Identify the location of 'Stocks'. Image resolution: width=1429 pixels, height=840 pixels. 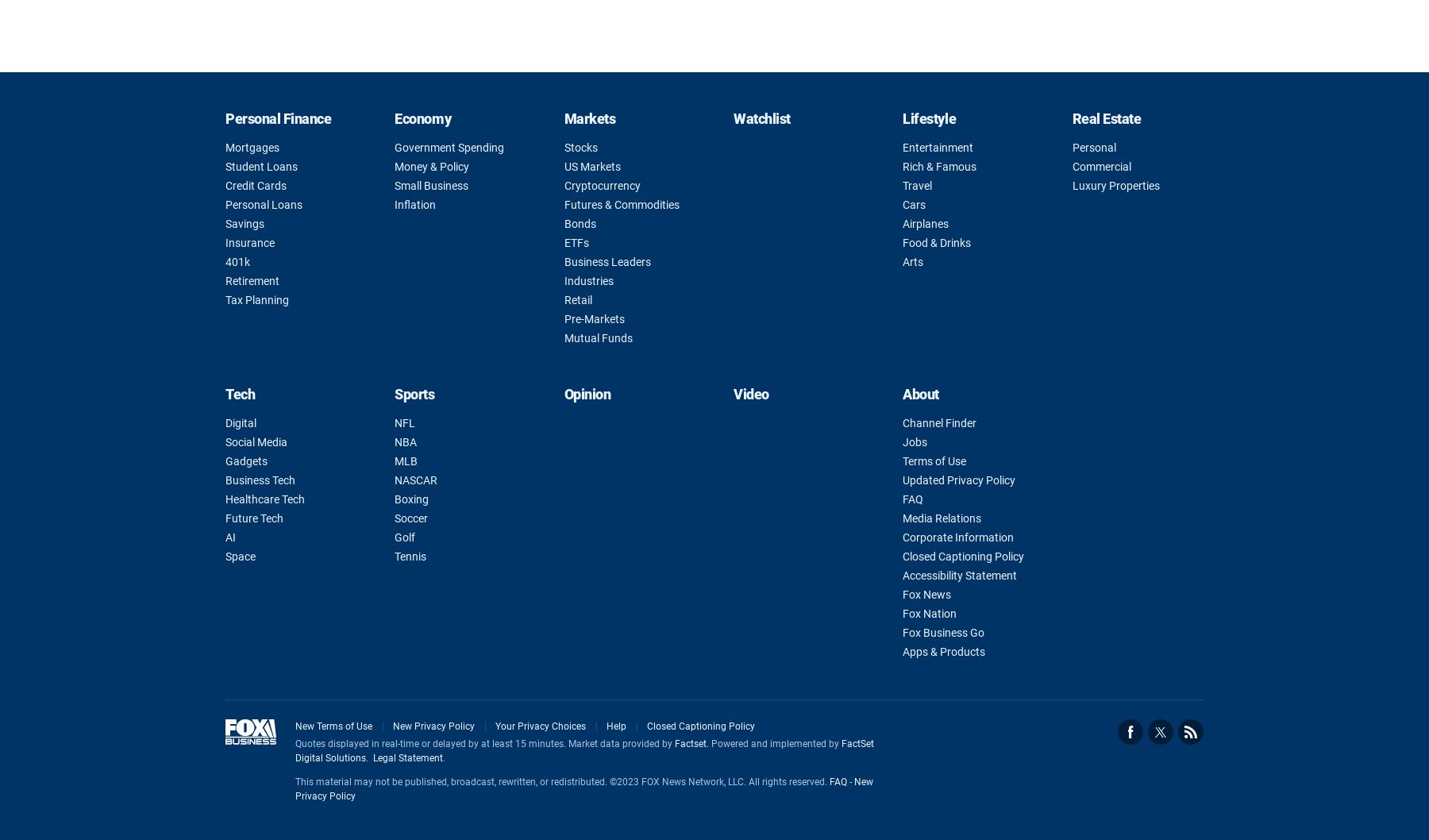
(579, 147).